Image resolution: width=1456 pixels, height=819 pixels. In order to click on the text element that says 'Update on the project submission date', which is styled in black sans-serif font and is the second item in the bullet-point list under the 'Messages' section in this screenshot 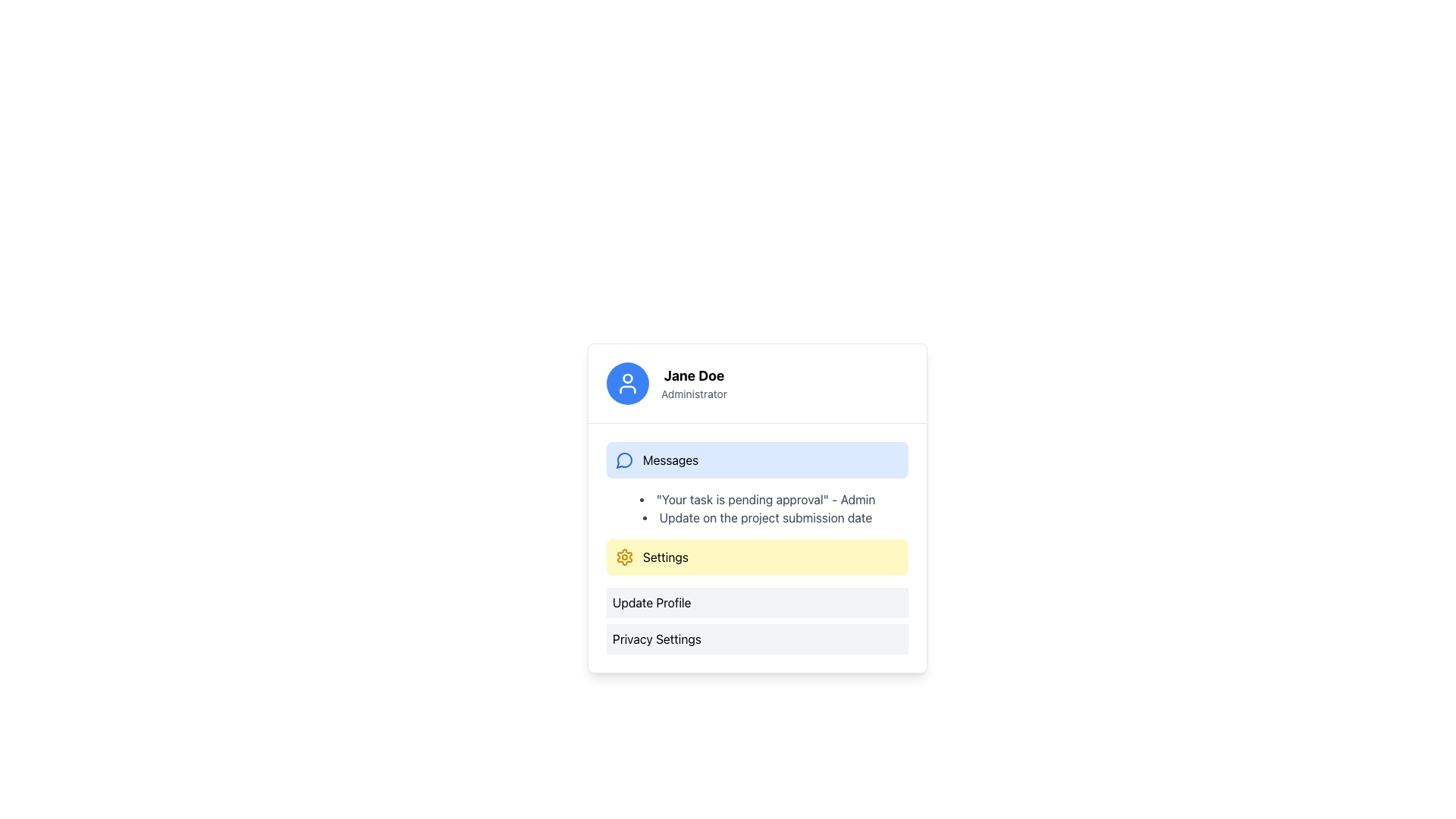, I will do `click(757, 516)`.